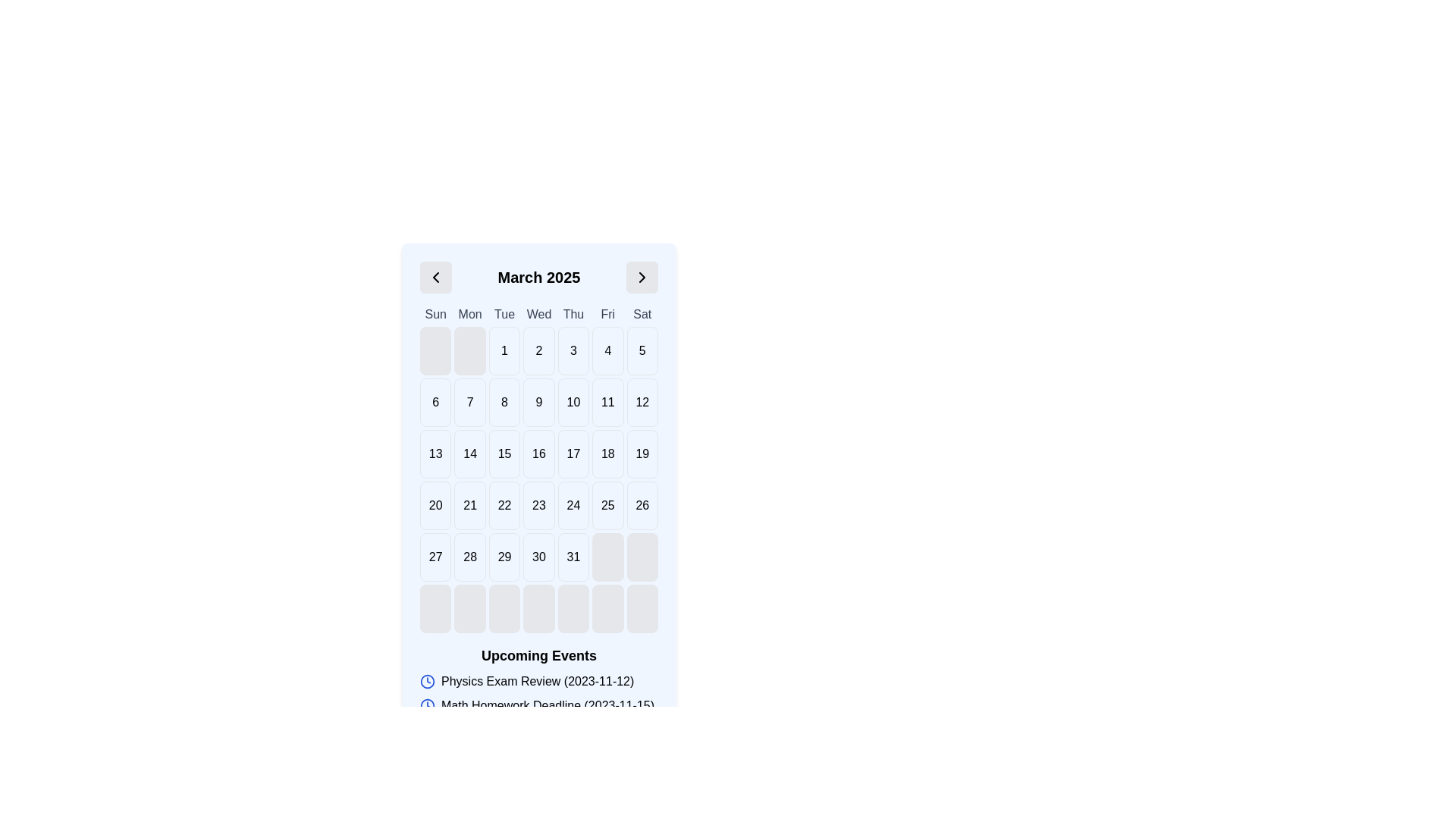 The width and height of the screenshot is (1456, 819). What do you see at coordinates (642, 278) in the screenshot?
I see `the rightward arrow icon button located near the top-right corner of the calendar interface` at bounding box center [642, 278].